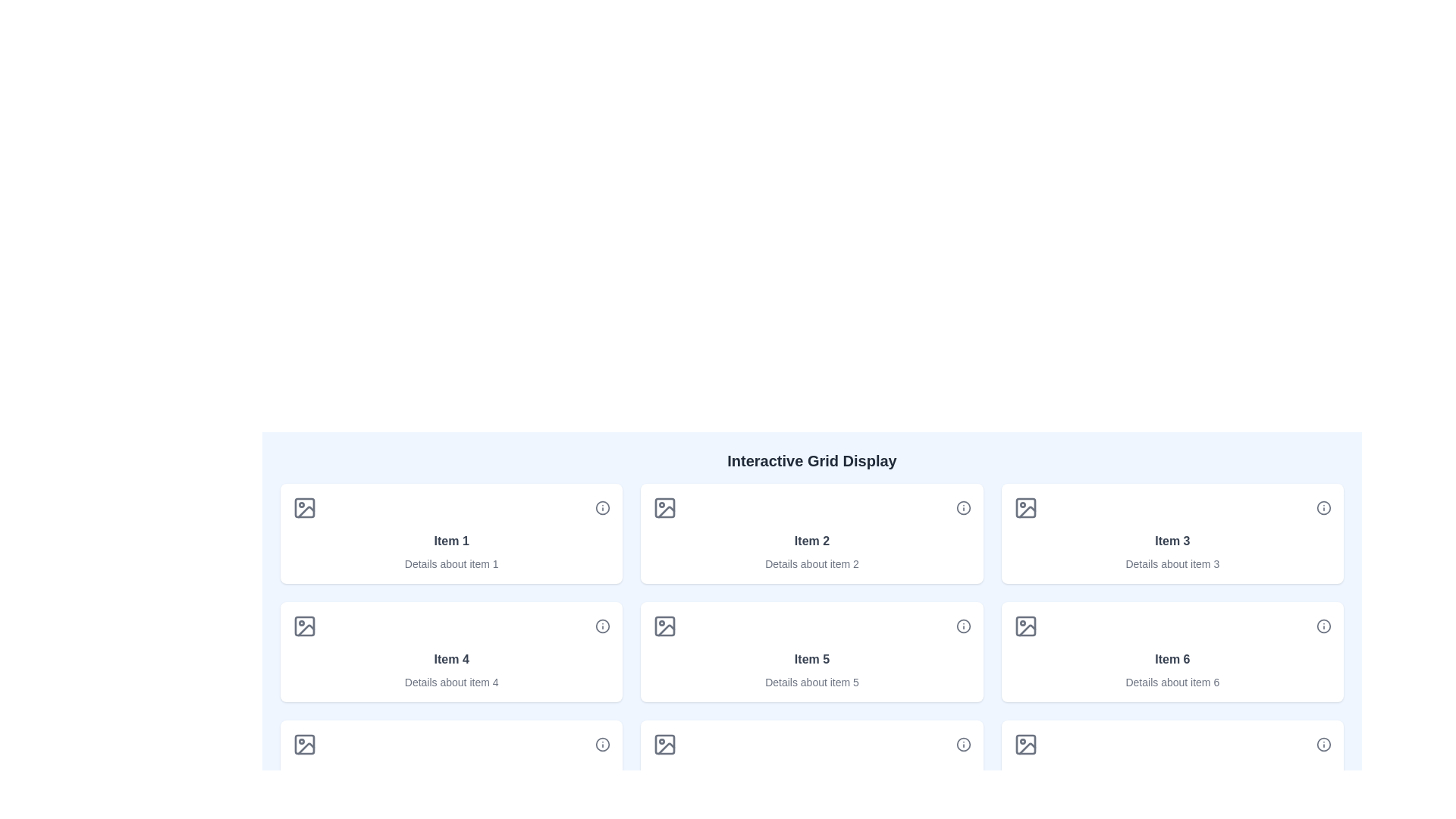  I want to click on the rectangular graphical component with soft rounded corners located in the upper right of the card labeled 'Item 3' within a grid layout, so click(1025, 508).